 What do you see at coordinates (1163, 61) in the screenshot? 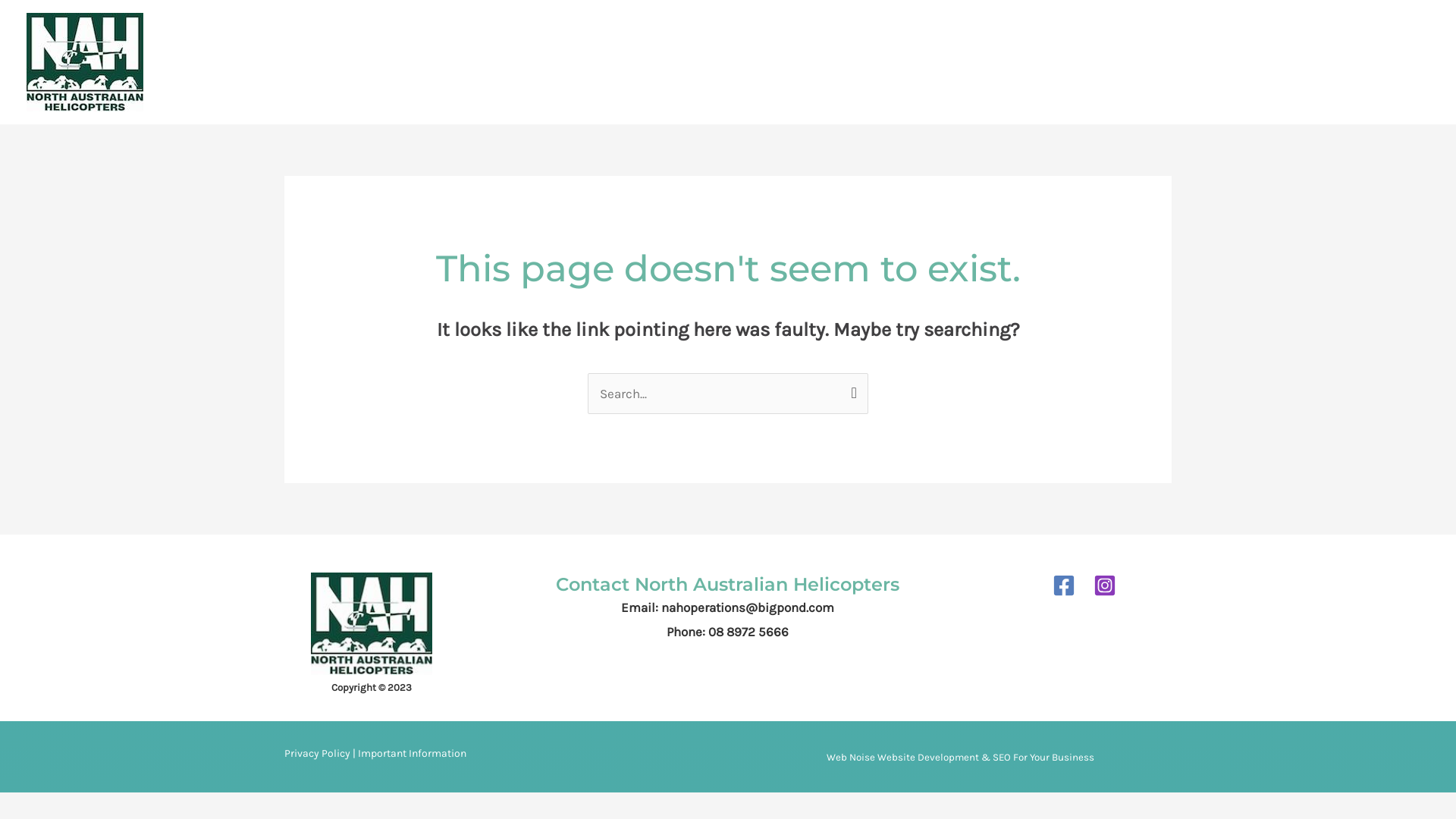
I see `'Frequently Asked Questions'` at bounding box center [1163, 61].